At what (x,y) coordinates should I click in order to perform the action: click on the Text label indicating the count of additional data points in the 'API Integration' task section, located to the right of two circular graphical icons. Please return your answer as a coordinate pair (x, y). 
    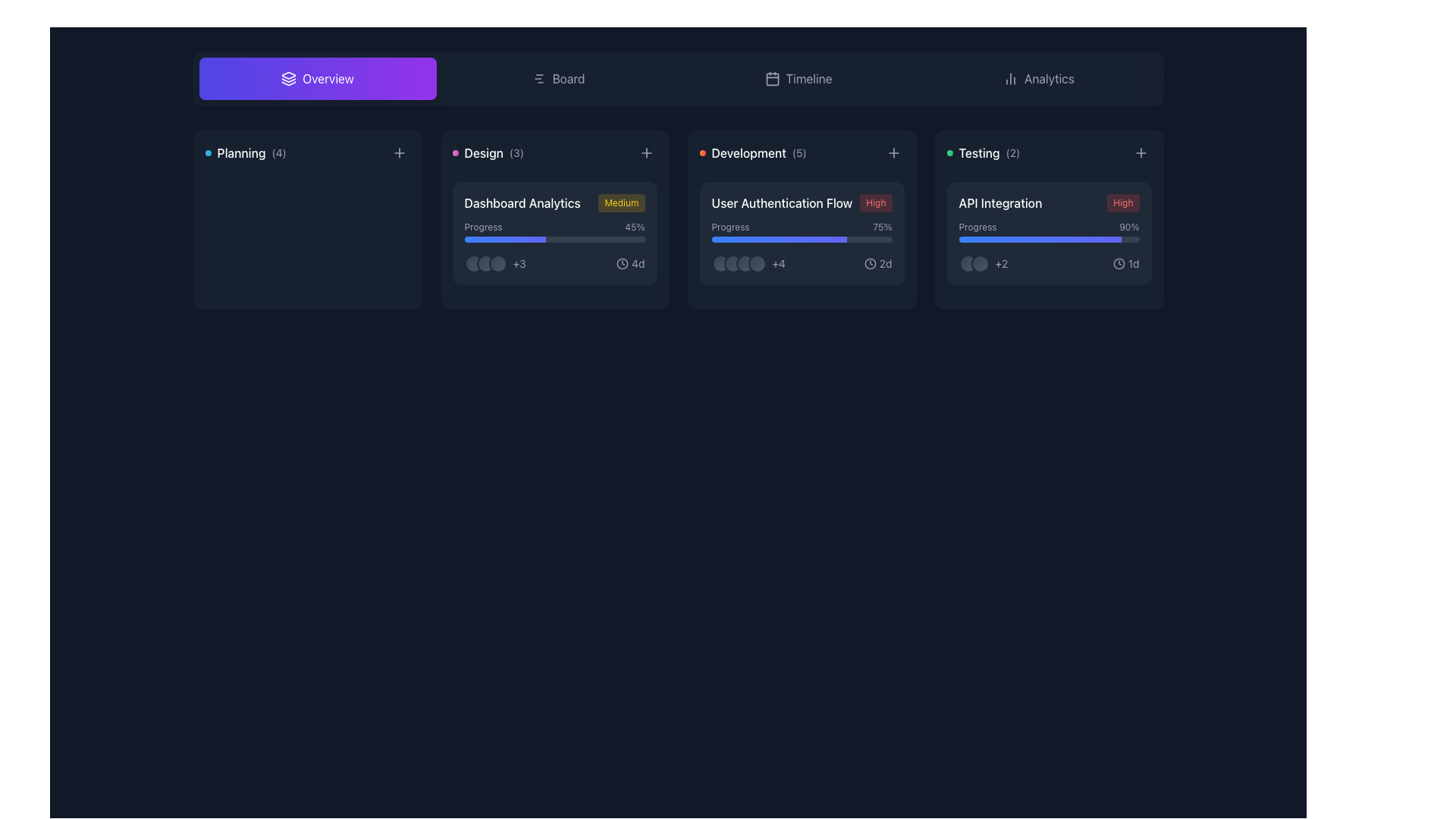
    Looking at the image, I should click on (983, 262).